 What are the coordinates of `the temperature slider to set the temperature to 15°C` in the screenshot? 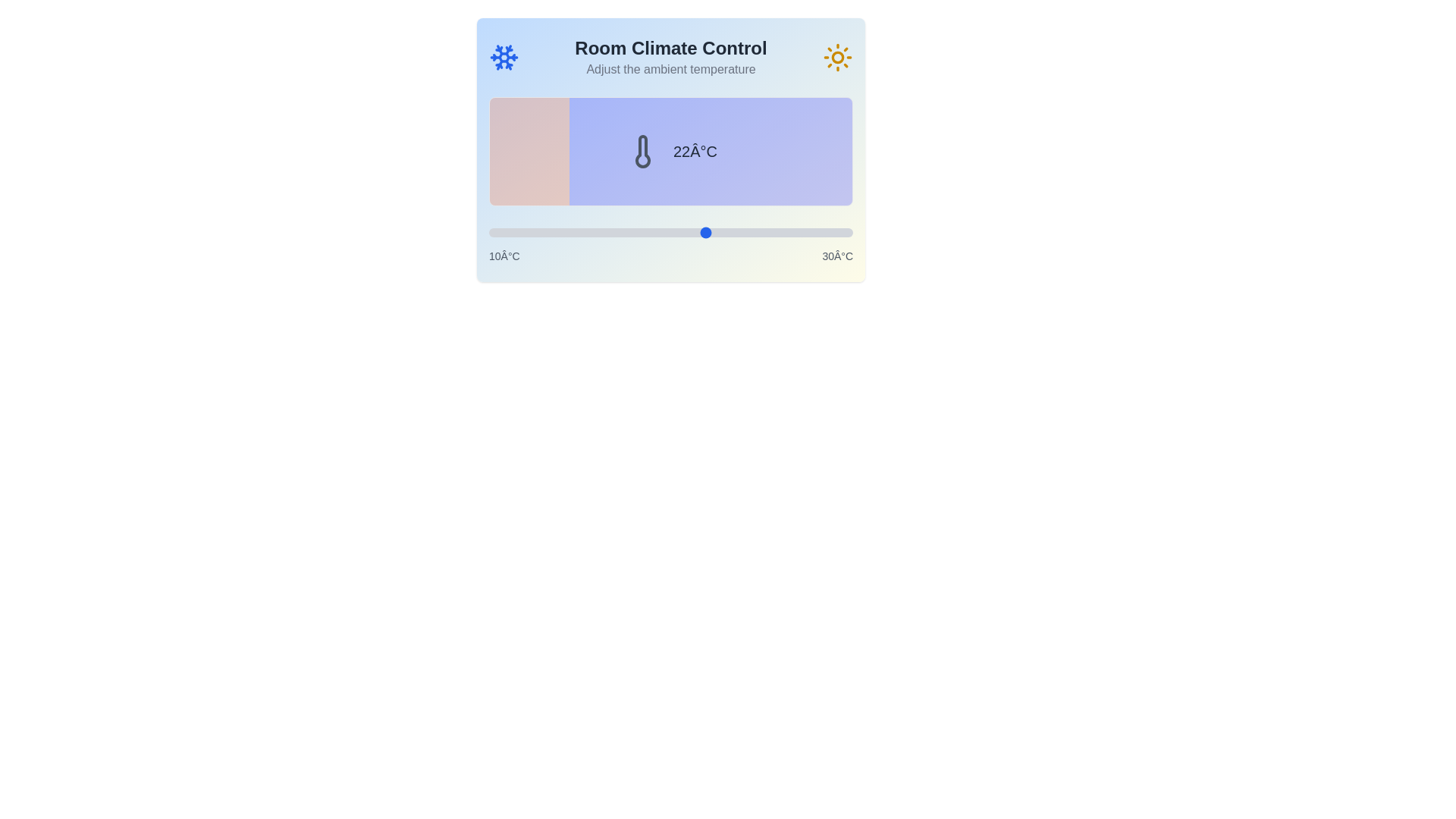 It's located at (579, 233).